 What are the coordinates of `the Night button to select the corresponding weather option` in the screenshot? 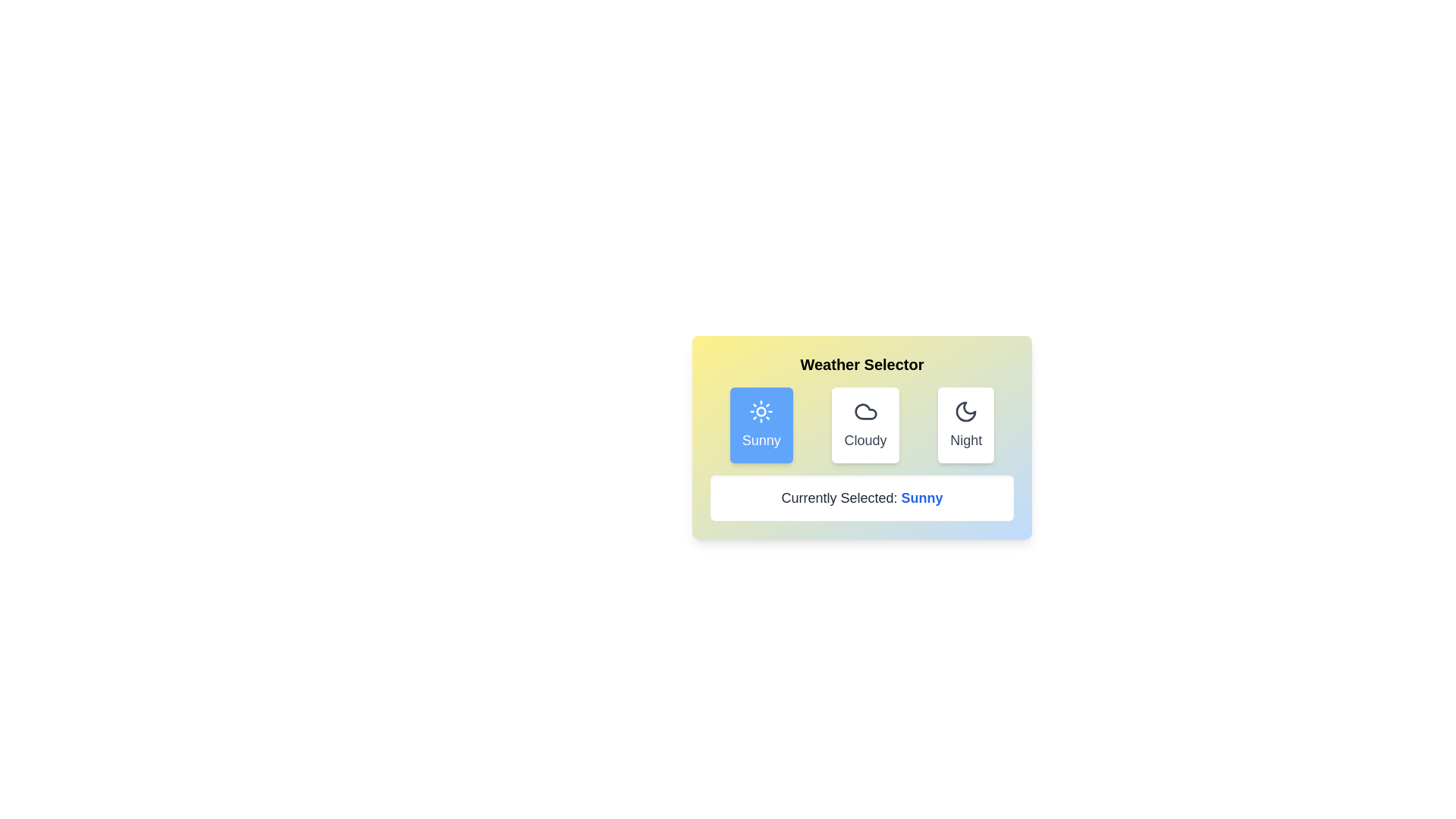 It's located at (965, 425).